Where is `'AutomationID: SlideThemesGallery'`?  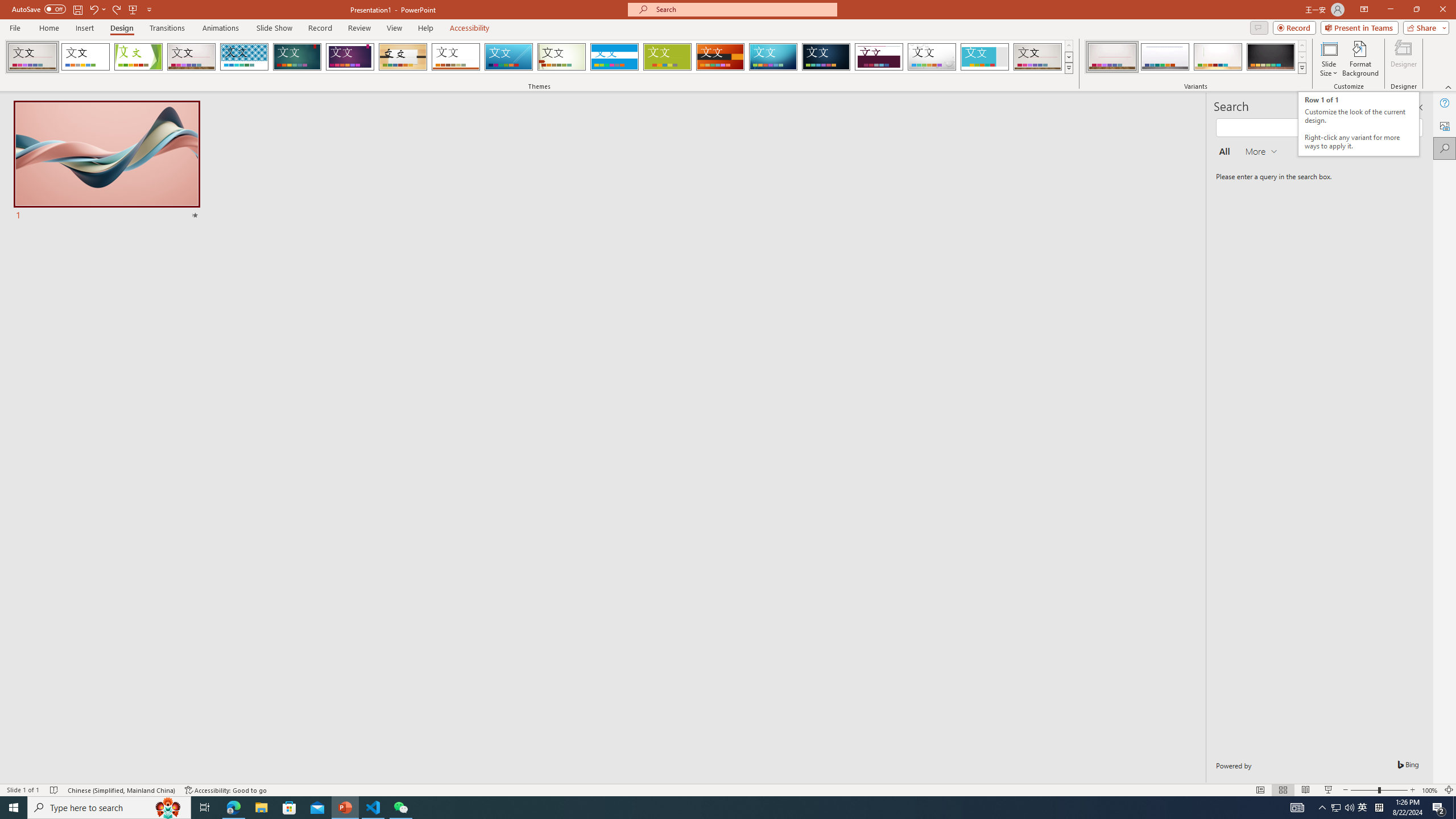
'AutomationID: SlideThemesGallery' is located at coordinates (539, 56).